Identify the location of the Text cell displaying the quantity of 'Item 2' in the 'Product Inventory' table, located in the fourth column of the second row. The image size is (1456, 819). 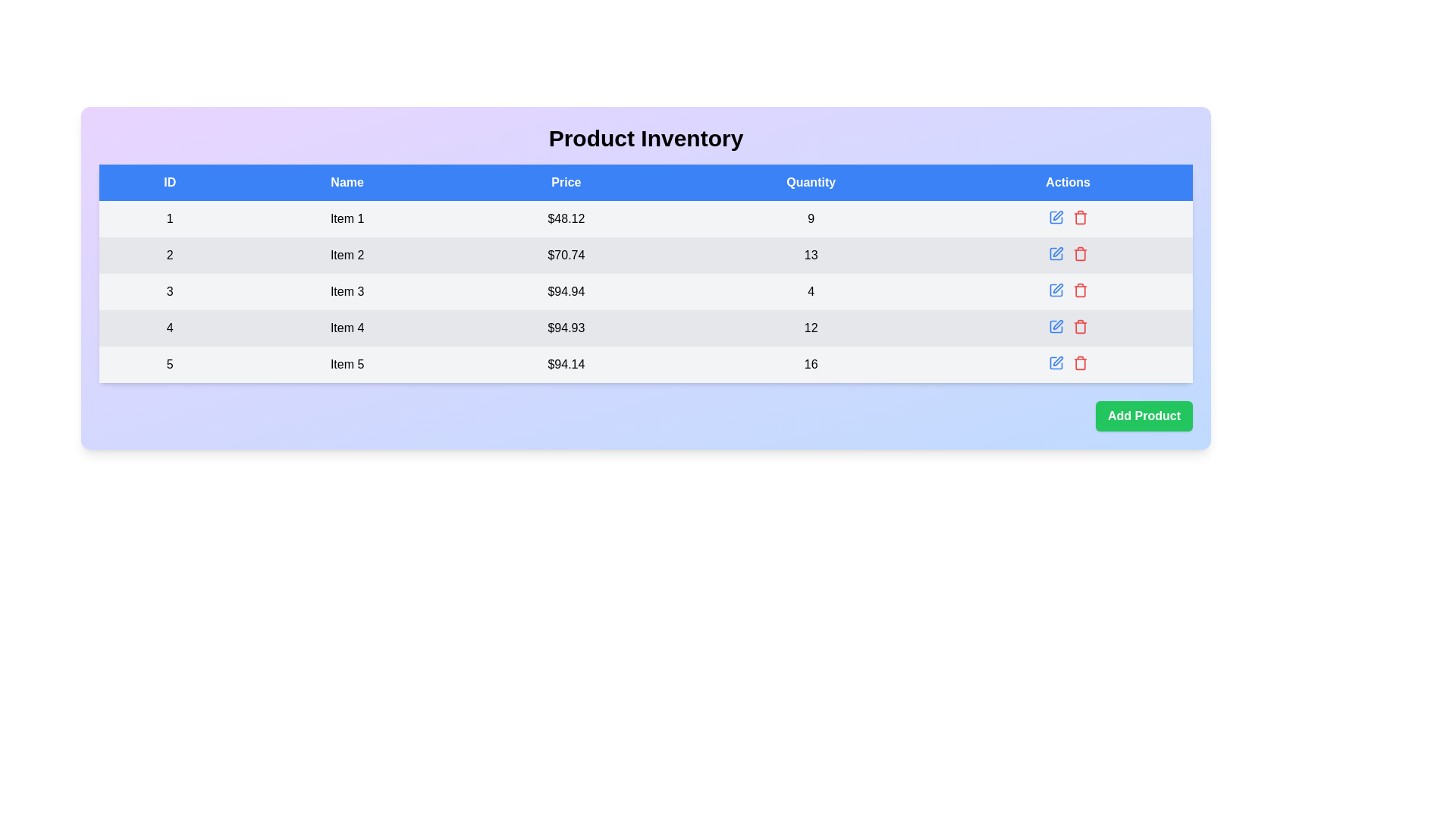
(810, 254).